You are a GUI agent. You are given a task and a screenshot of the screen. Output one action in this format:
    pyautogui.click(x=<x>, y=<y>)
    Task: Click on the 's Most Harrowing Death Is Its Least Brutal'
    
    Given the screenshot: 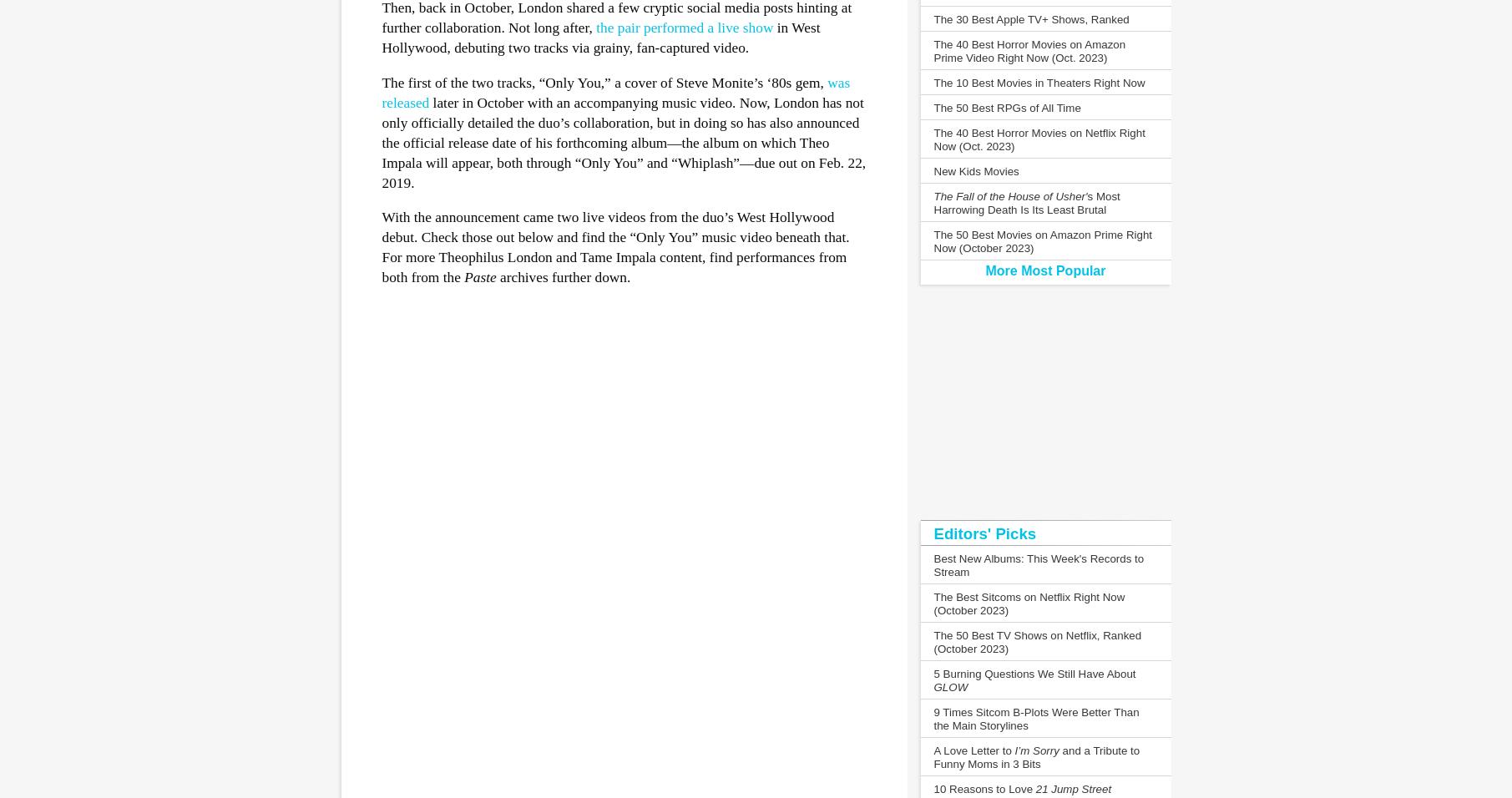 What is the action you would take?
    pyautogui.click(x=1026, y=202)
    